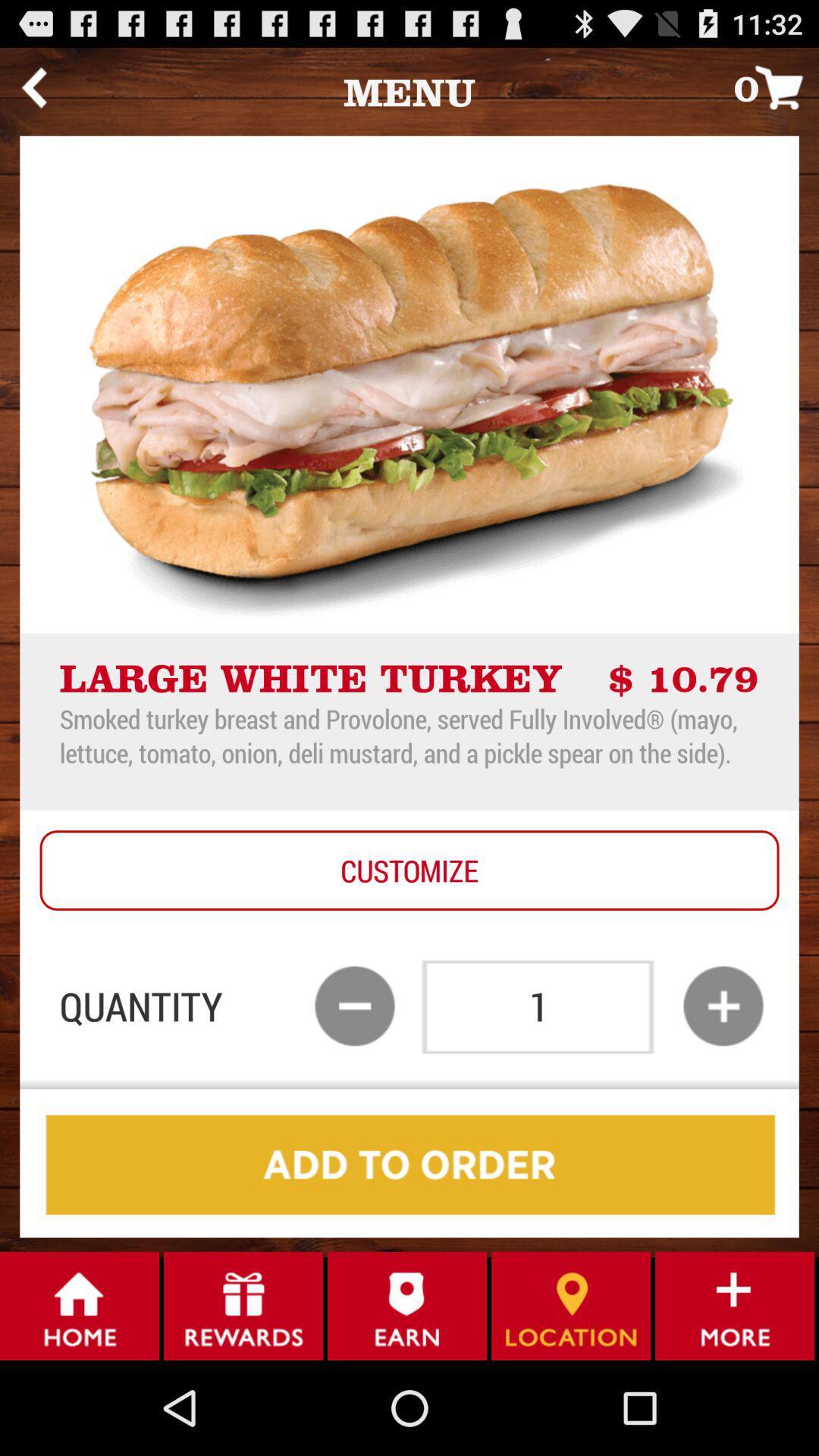 The width and height of the screenshot is (819, 1456). I want to click on the app at the top left corner, so click(33, 86).